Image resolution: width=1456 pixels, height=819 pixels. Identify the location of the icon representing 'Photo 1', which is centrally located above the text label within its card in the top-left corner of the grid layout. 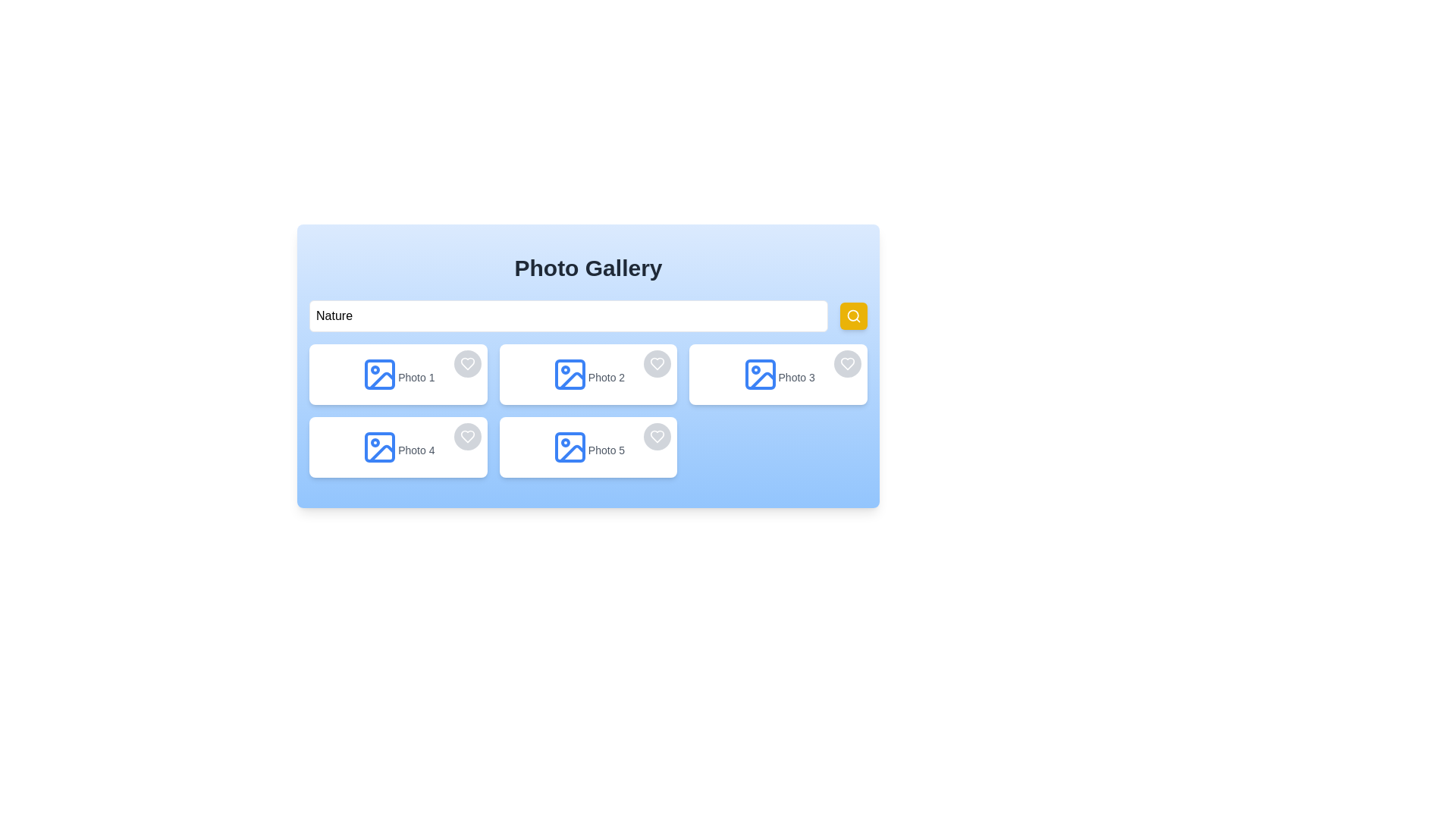
(380, 374).